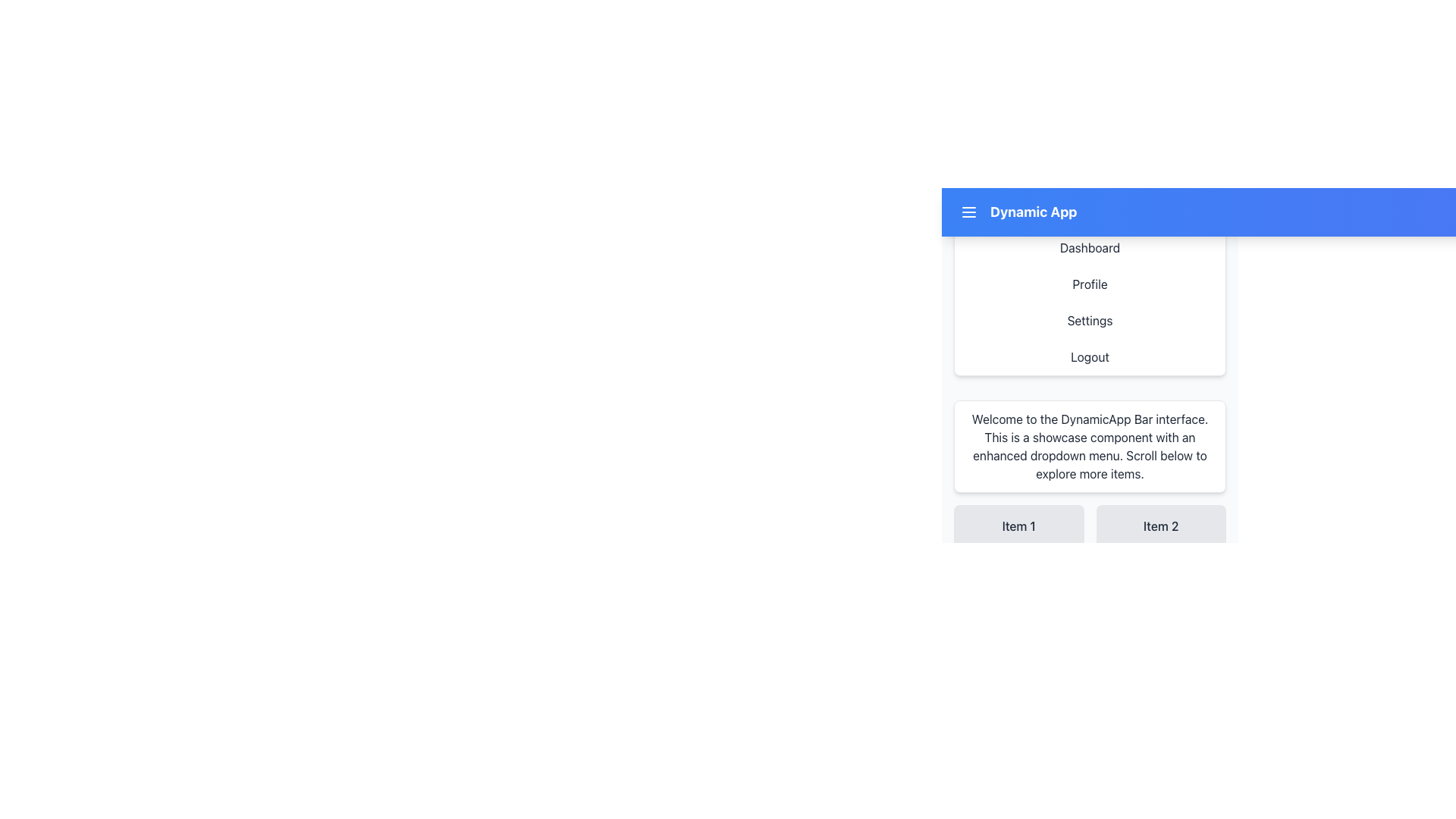  I want to click on the 'Profile' menu item, which is the second option in the dropdown menu containing 'Dashboard', 'Profile', 'Settings', and 'Logout', so click(1089, 284).